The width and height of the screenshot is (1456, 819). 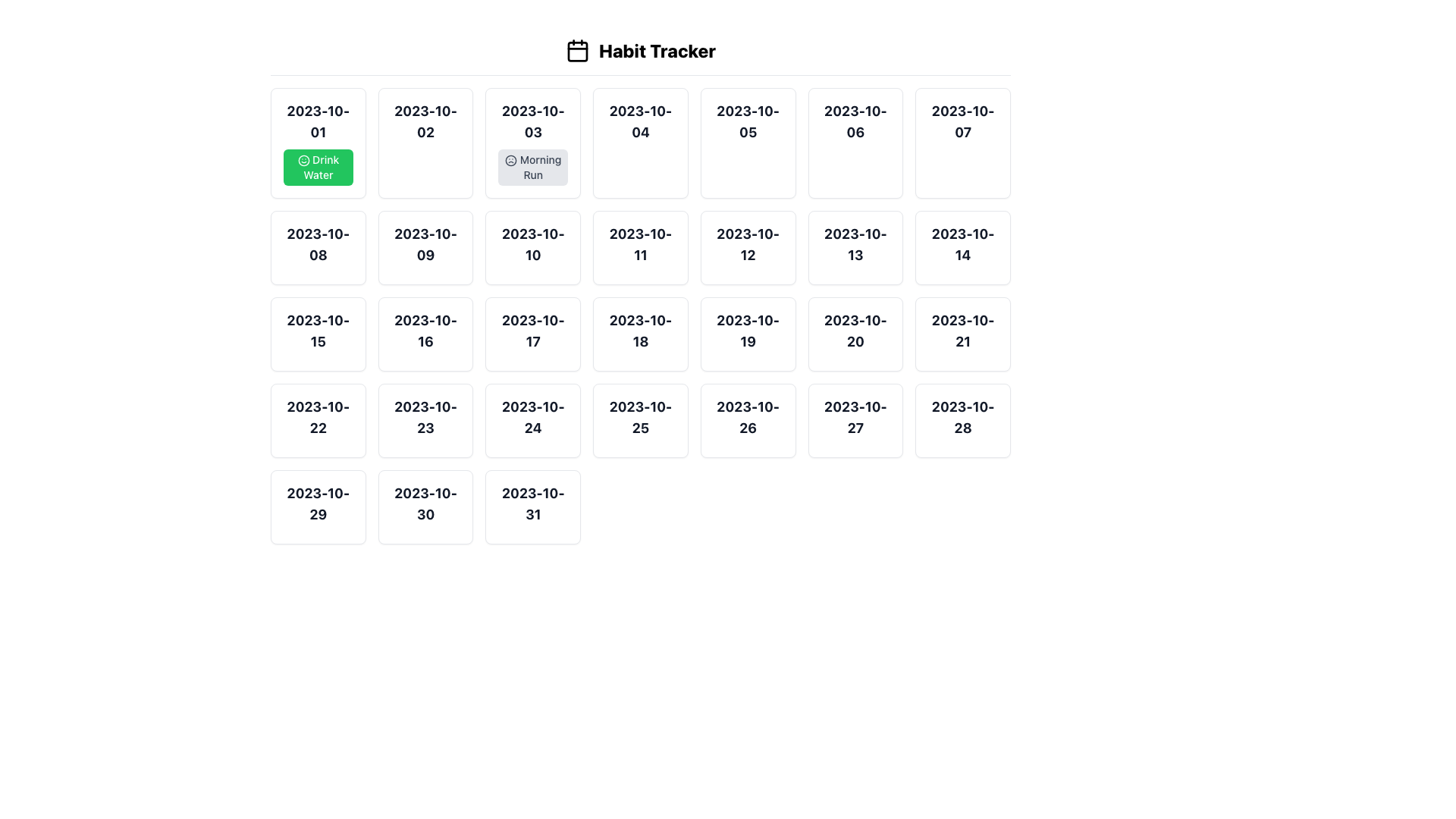 I want to click on the date indicator text label displaying '2023-10-21' within the calendar interface, so click(x=962, y=330).